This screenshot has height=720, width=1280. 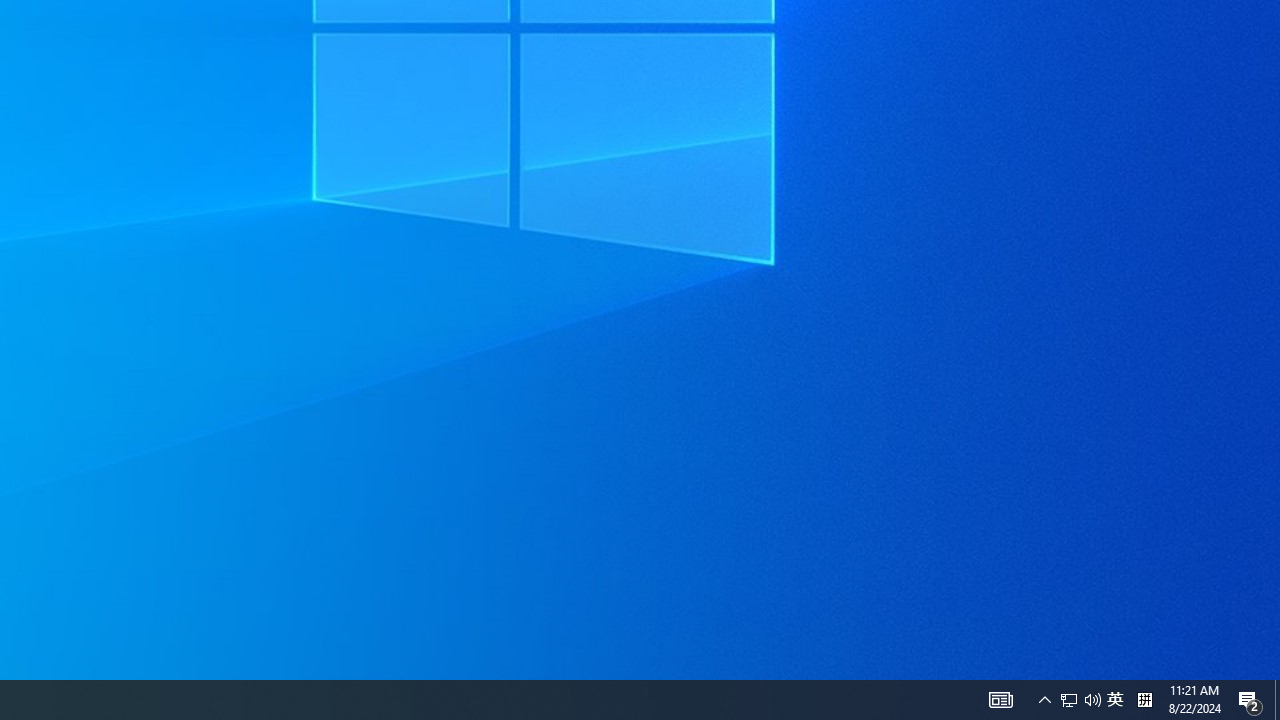 What do you see at coordinates (1000, 698) in the screenshot?
I see `'AutomationID: 4105'` at bounding box center [1000, 698].